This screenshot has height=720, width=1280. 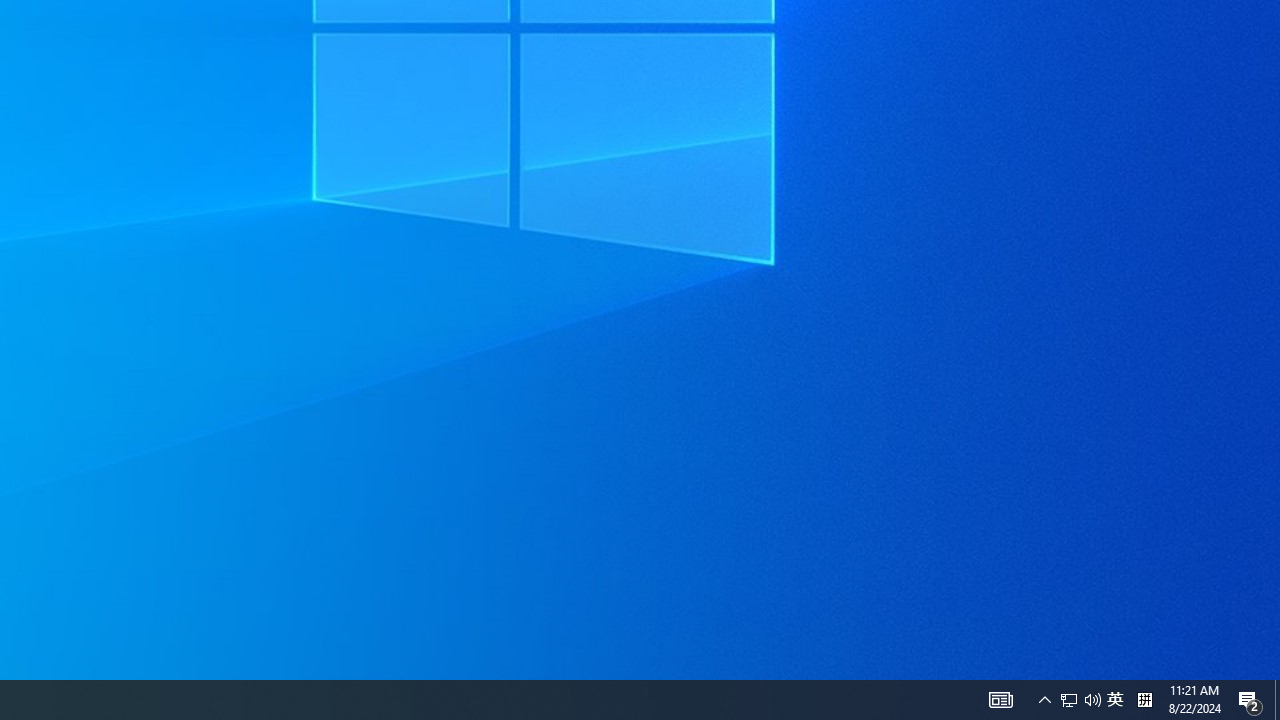 What do you see at coordinates (1000, 698) in the screenshot?
I see `'AutomationID: 4105'` at bounding box center [1000, 698].